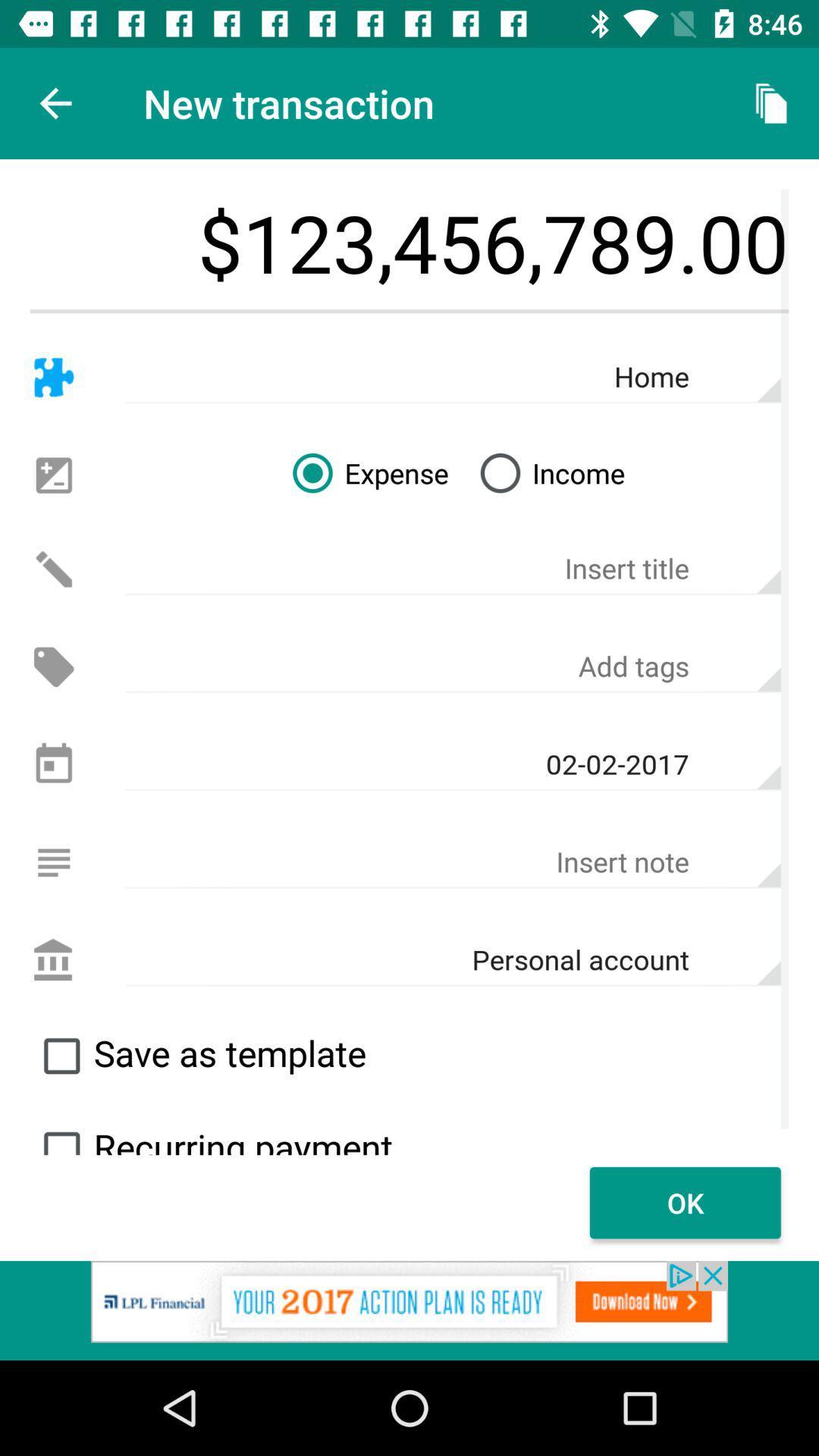 The image size is (819, 1456). What do you see at coordinates (452, 667) in the screenshot?
I see `tage` at bounding box center [452, 667].